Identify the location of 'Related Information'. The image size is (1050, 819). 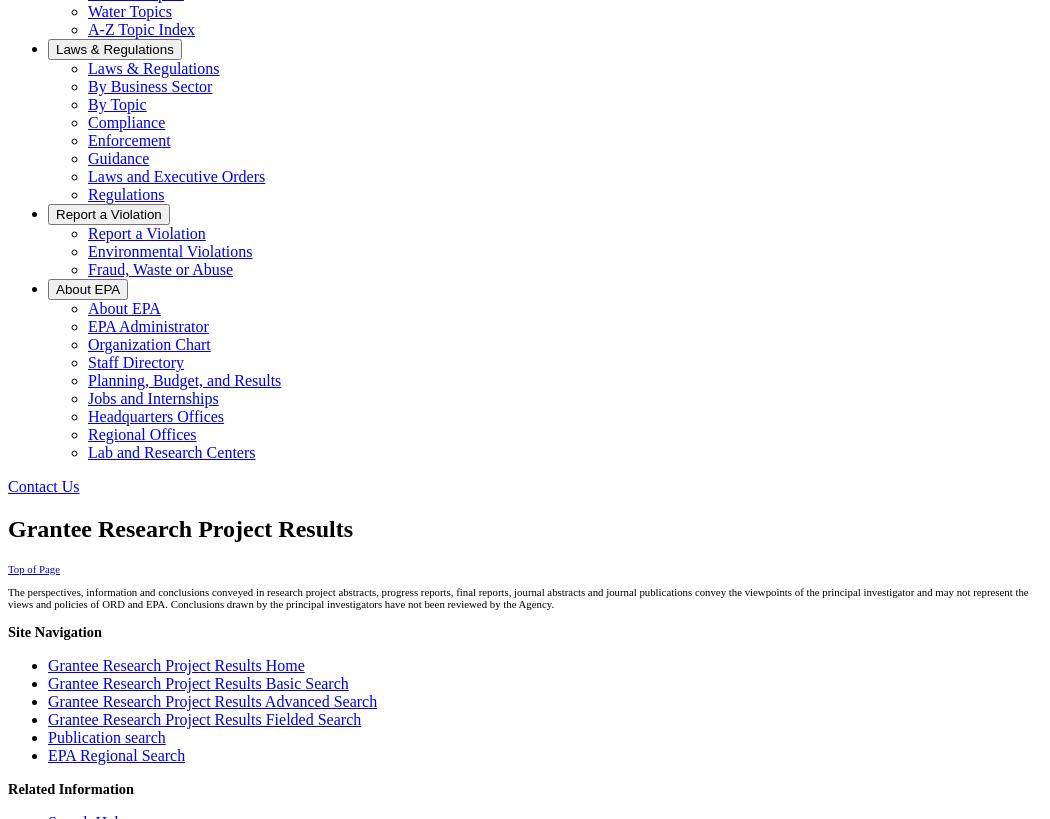
(69, 789).